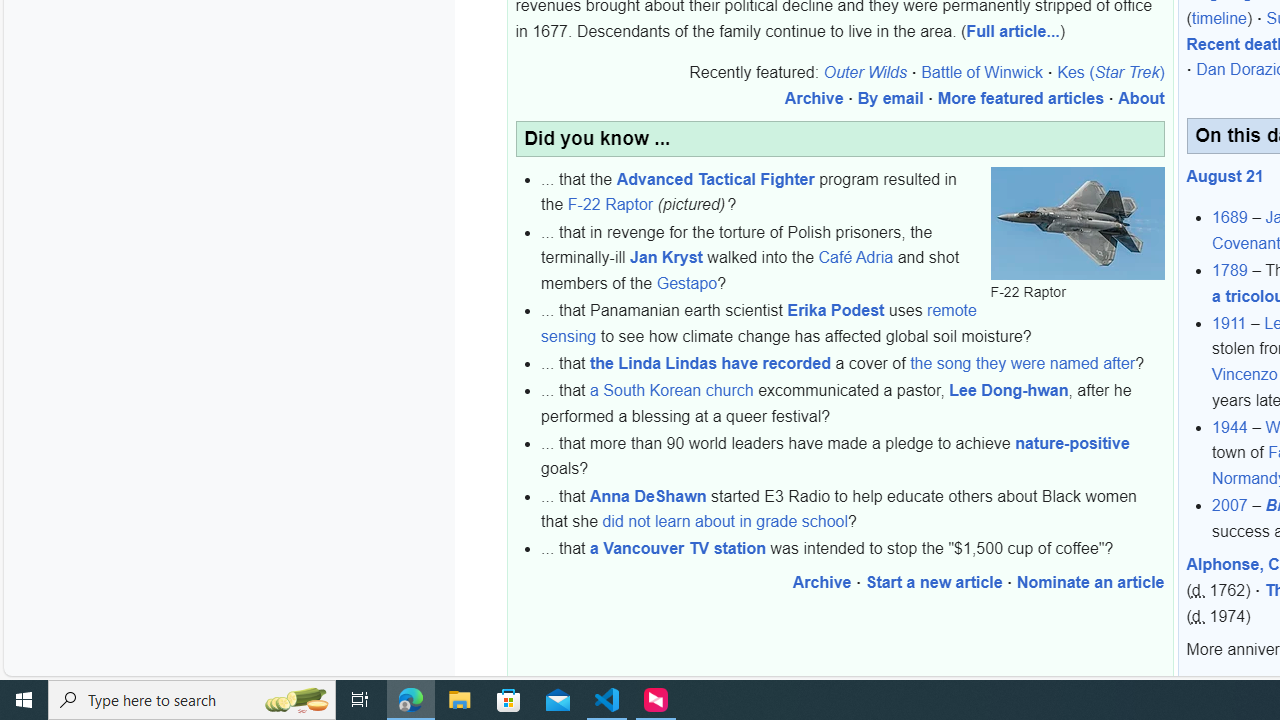 This screenshot has height=720, width=1280. What do you see at coordinates (933, 582) in the screenshot?
I see `'Start a new article'` at bounding box center [933, 582].